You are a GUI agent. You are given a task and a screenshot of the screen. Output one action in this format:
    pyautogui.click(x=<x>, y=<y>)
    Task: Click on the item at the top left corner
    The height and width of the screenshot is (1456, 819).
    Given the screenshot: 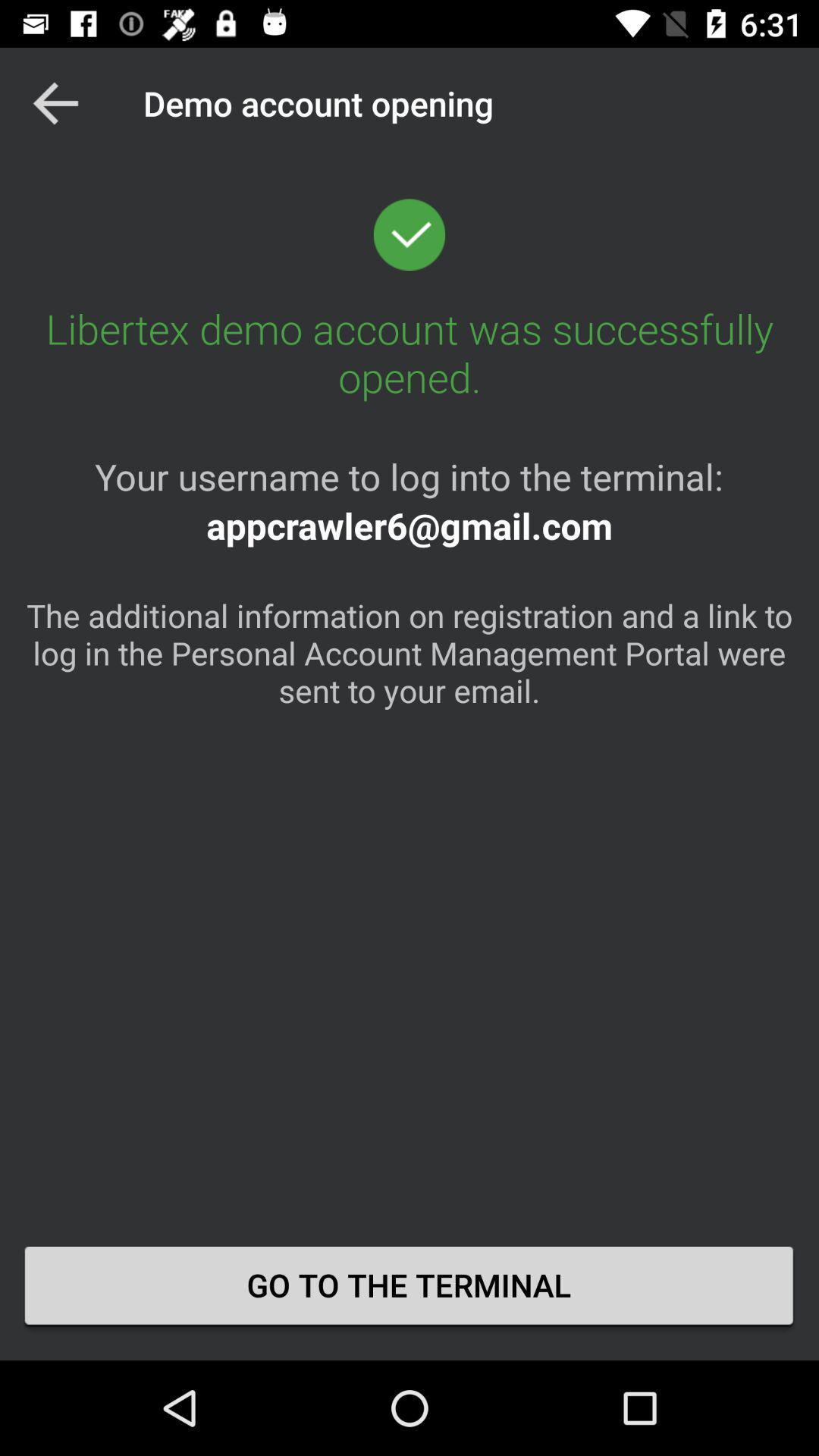 What is the action you would take?
    pyautogui.click(x=55, y=102)
    